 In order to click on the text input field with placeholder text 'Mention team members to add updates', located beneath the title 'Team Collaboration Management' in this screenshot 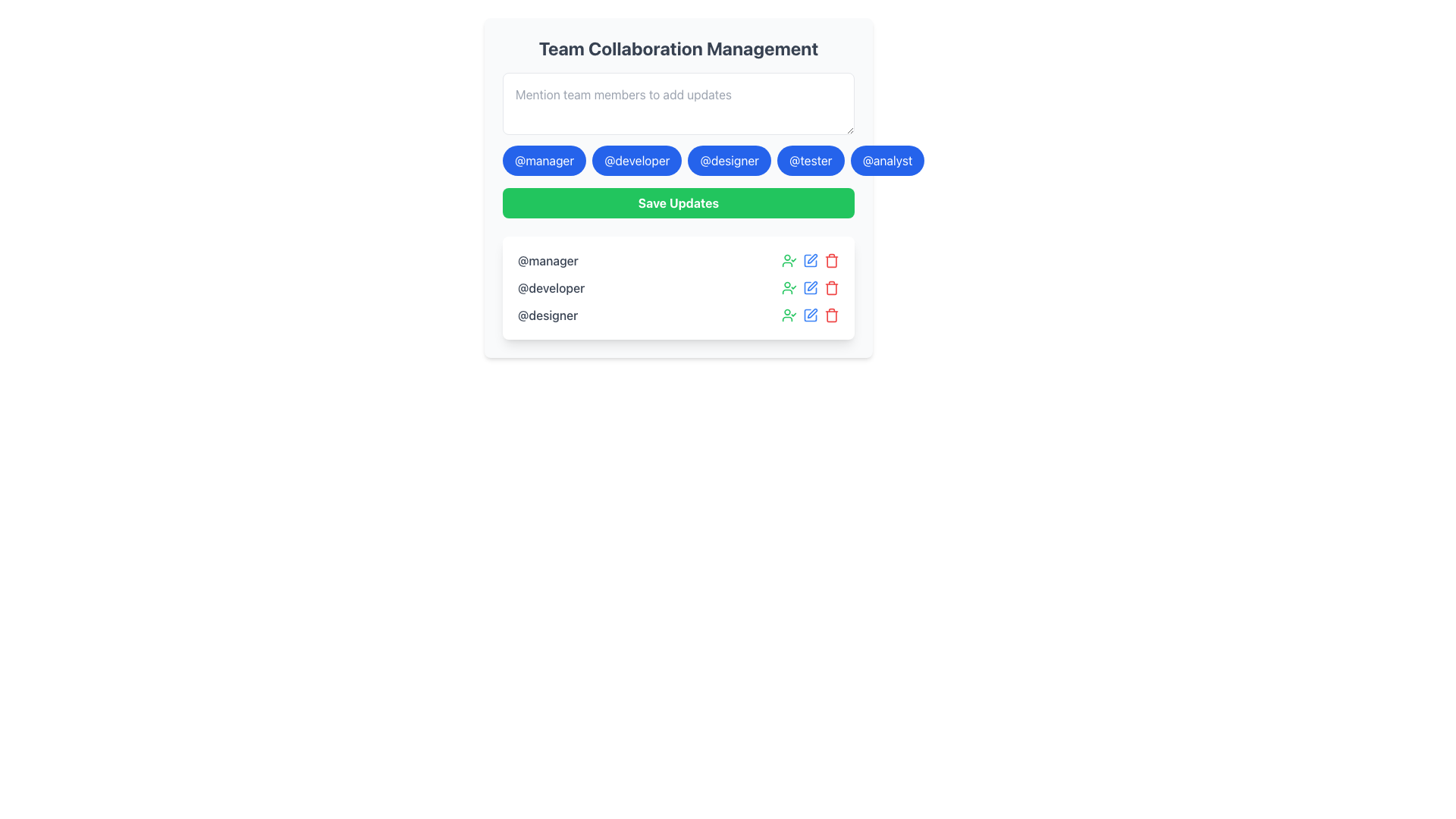, I will do `click(677, 103)`.